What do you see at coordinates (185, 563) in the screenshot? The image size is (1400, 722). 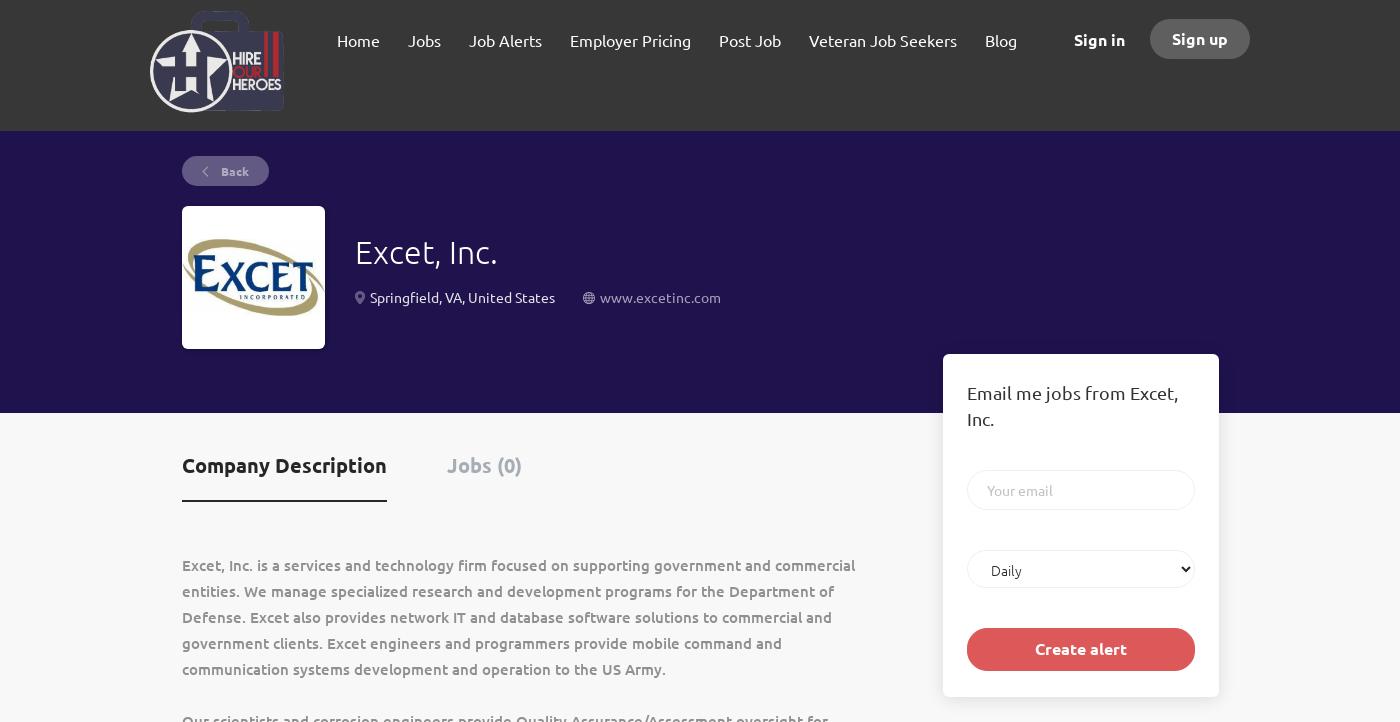 I see `'E'` at bounding box center [185, 563].